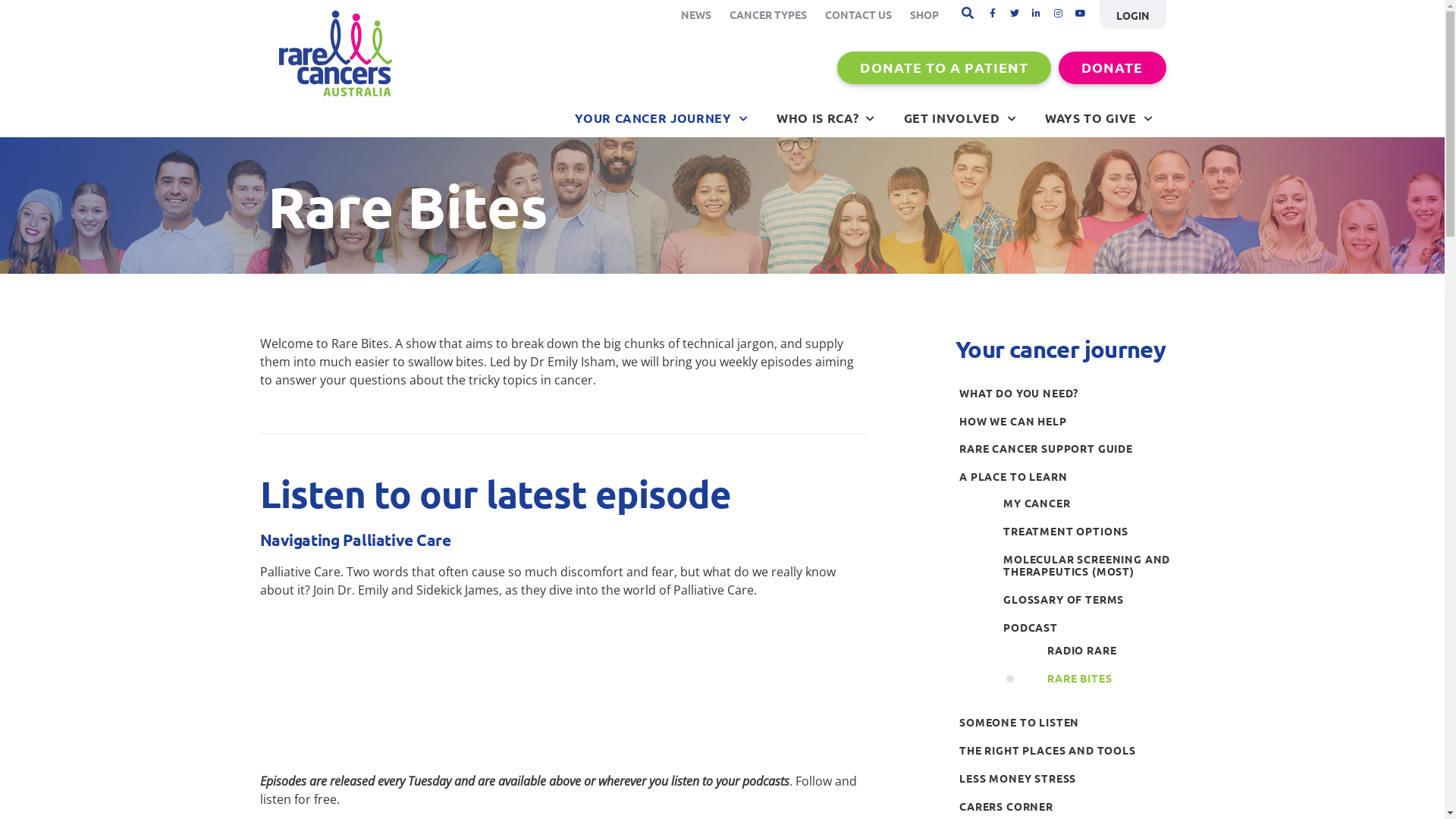 The image size is (1456, 819). Describe the element at coordinates (1065, 392) in the screenshot. I see `'WHAT DO YOU NEED?'` at that location.